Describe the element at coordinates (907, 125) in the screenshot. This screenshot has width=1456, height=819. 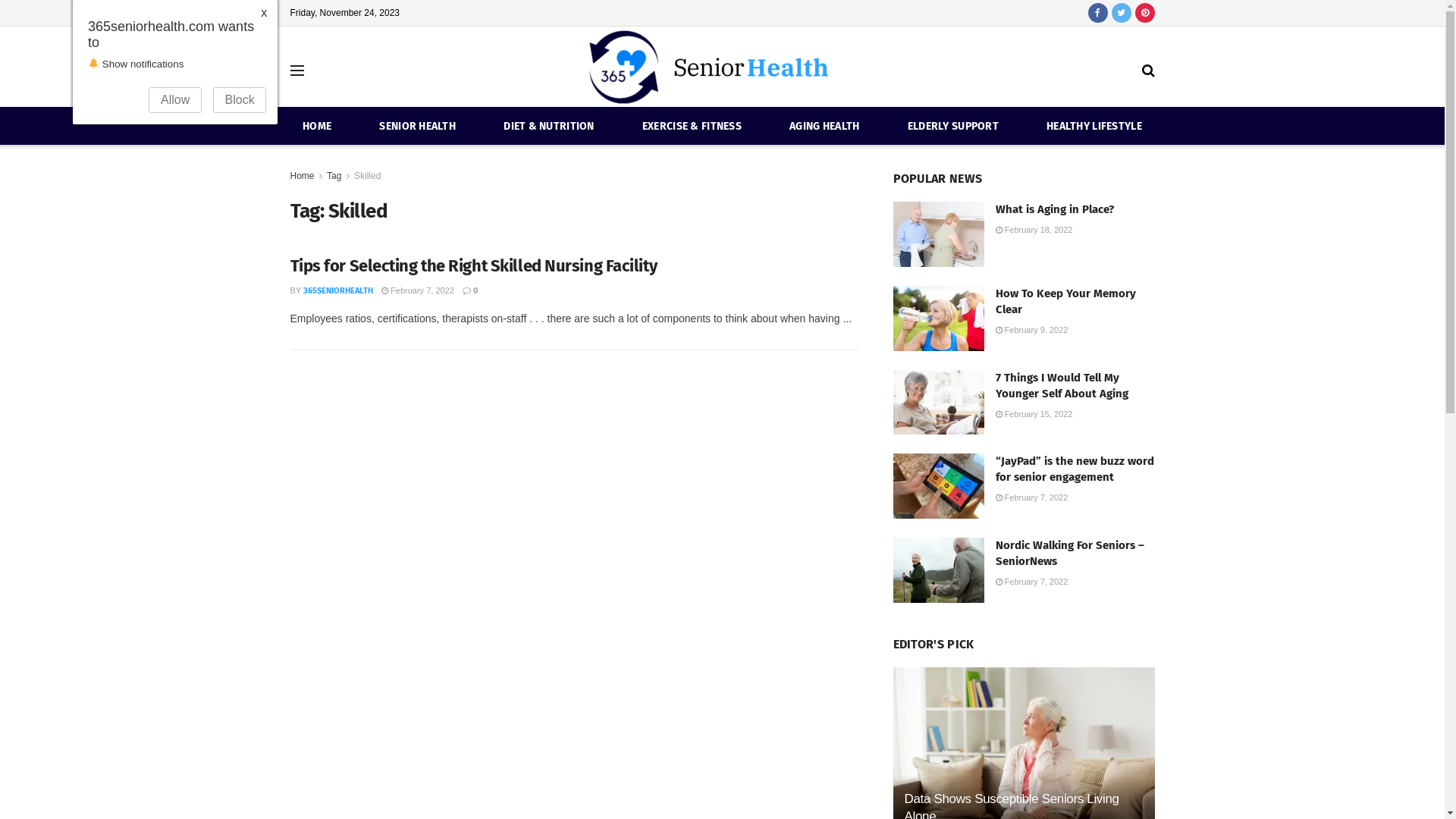
I see `'ELDERLY SUPPORT'` at that location.